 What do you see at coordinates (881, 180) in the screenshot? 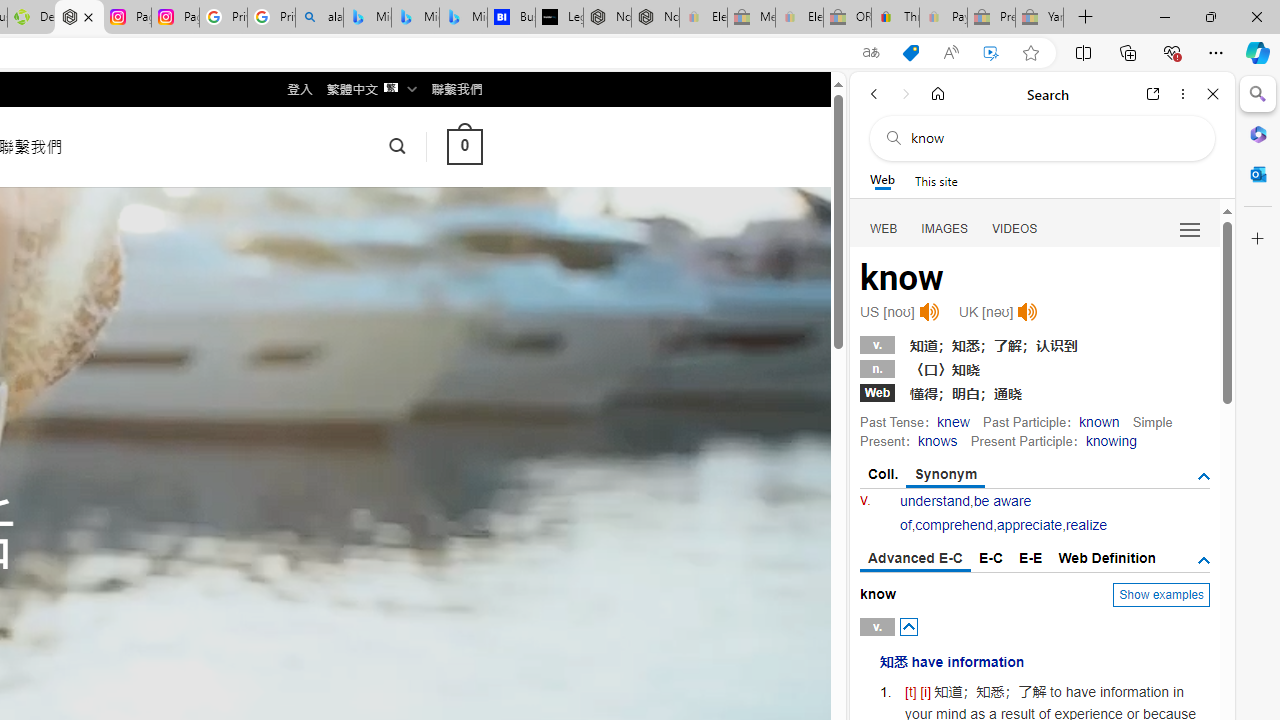
I see `'Web scope'` at bounding box center [881, 180].